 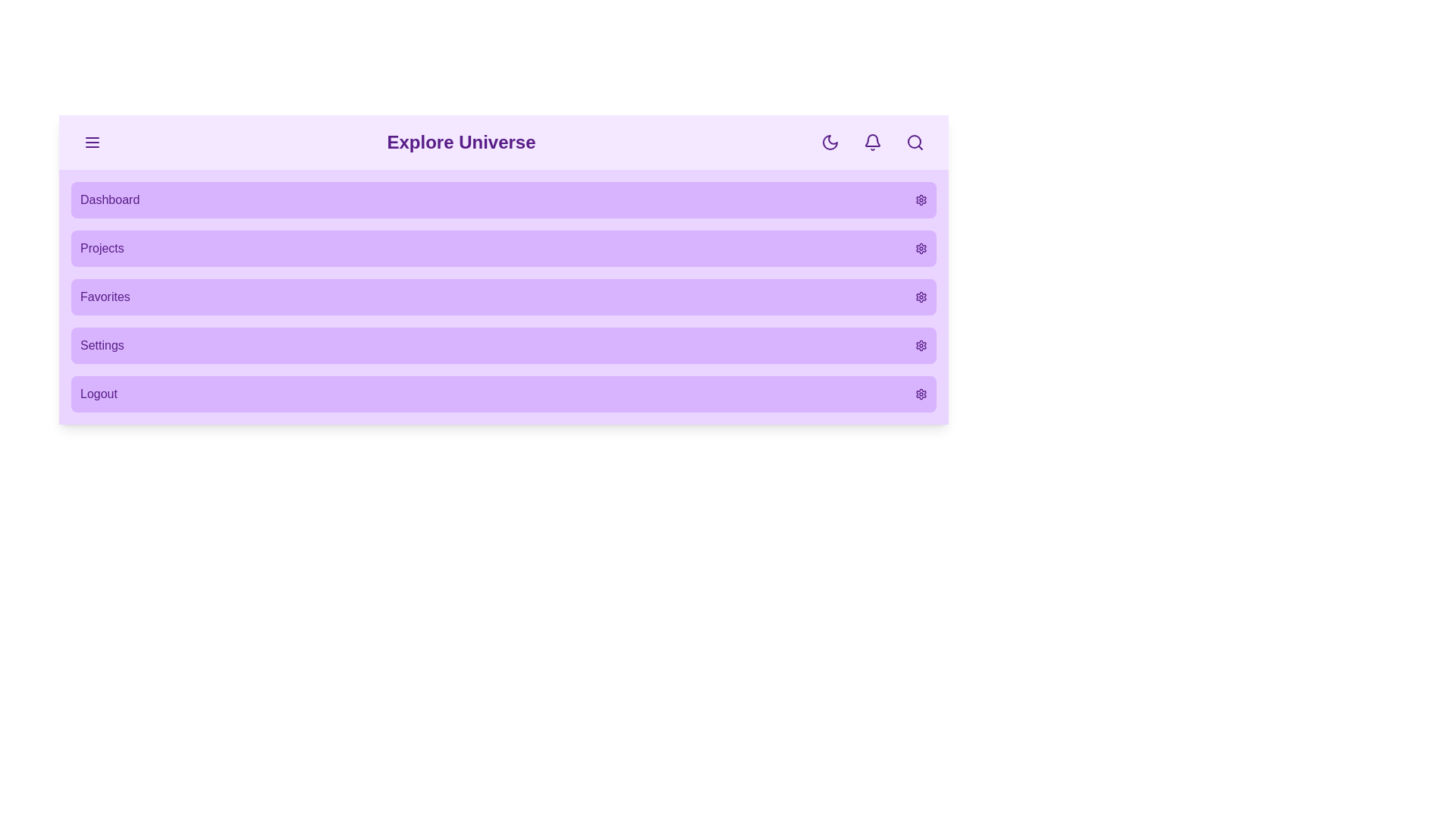 What do you see at coordinates (873, 143) in the screenshot?
I see `the notification icon to view notifications` at bounding box center [873, 143].